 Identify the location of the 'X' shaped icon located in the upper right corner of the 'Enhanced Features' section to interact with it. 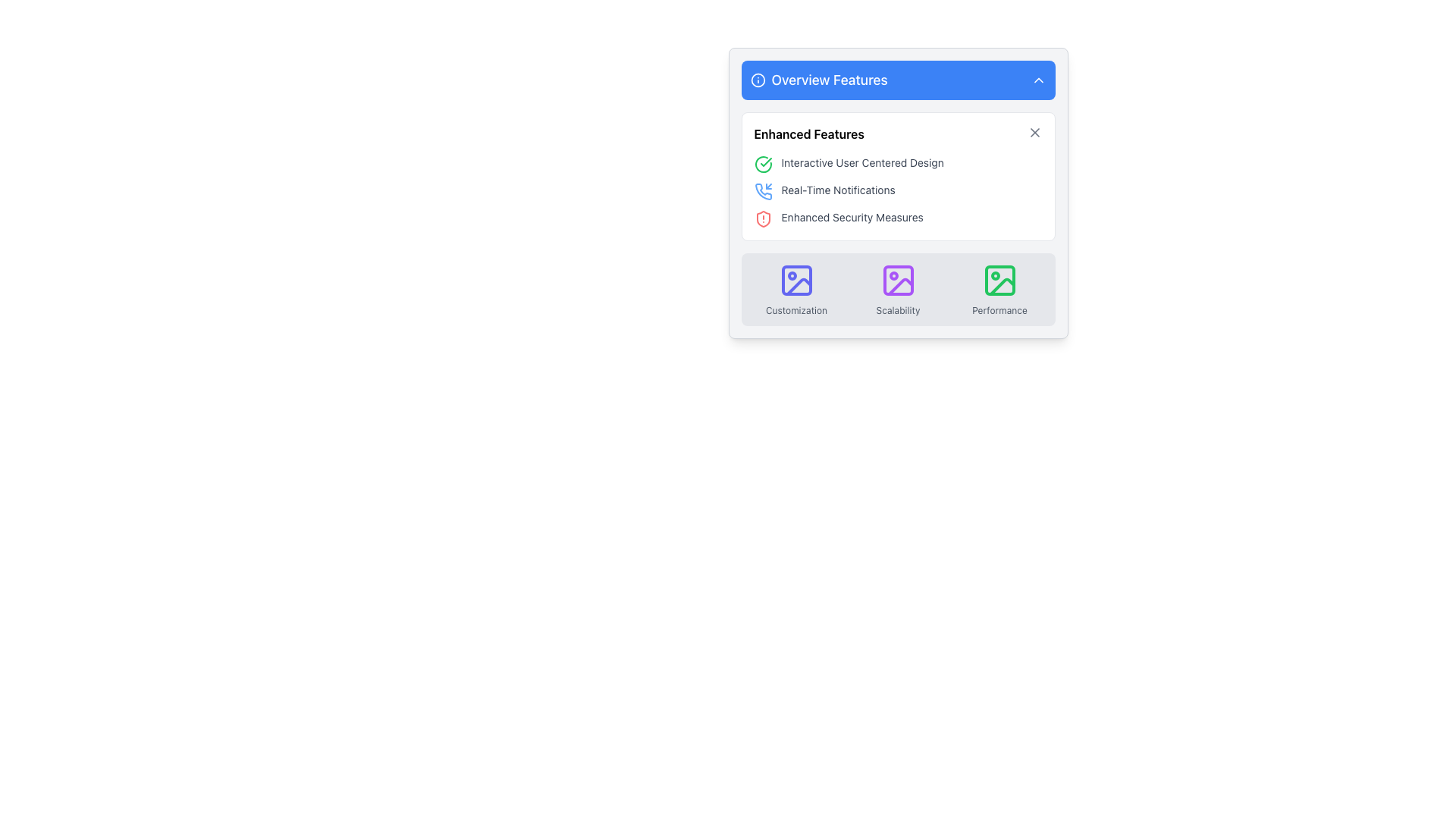
(1034, 131).